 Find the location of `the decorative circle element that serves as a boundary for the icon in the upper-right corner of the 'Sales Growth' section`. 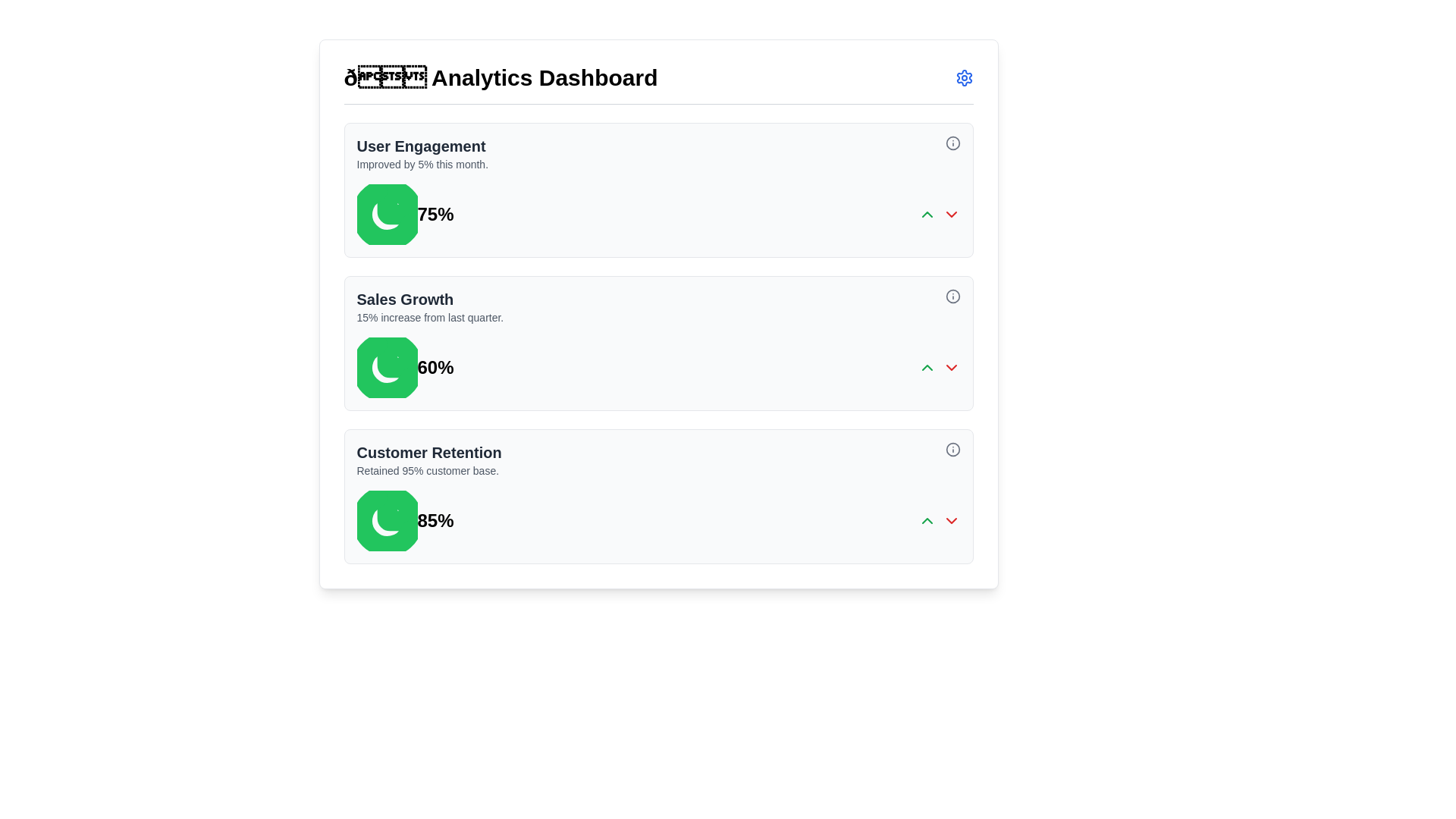

the decorative circle element that serves as a boundary for the icon in the upper-right corner of the 'Sales Growth' section is located at coordinates (952, 296).